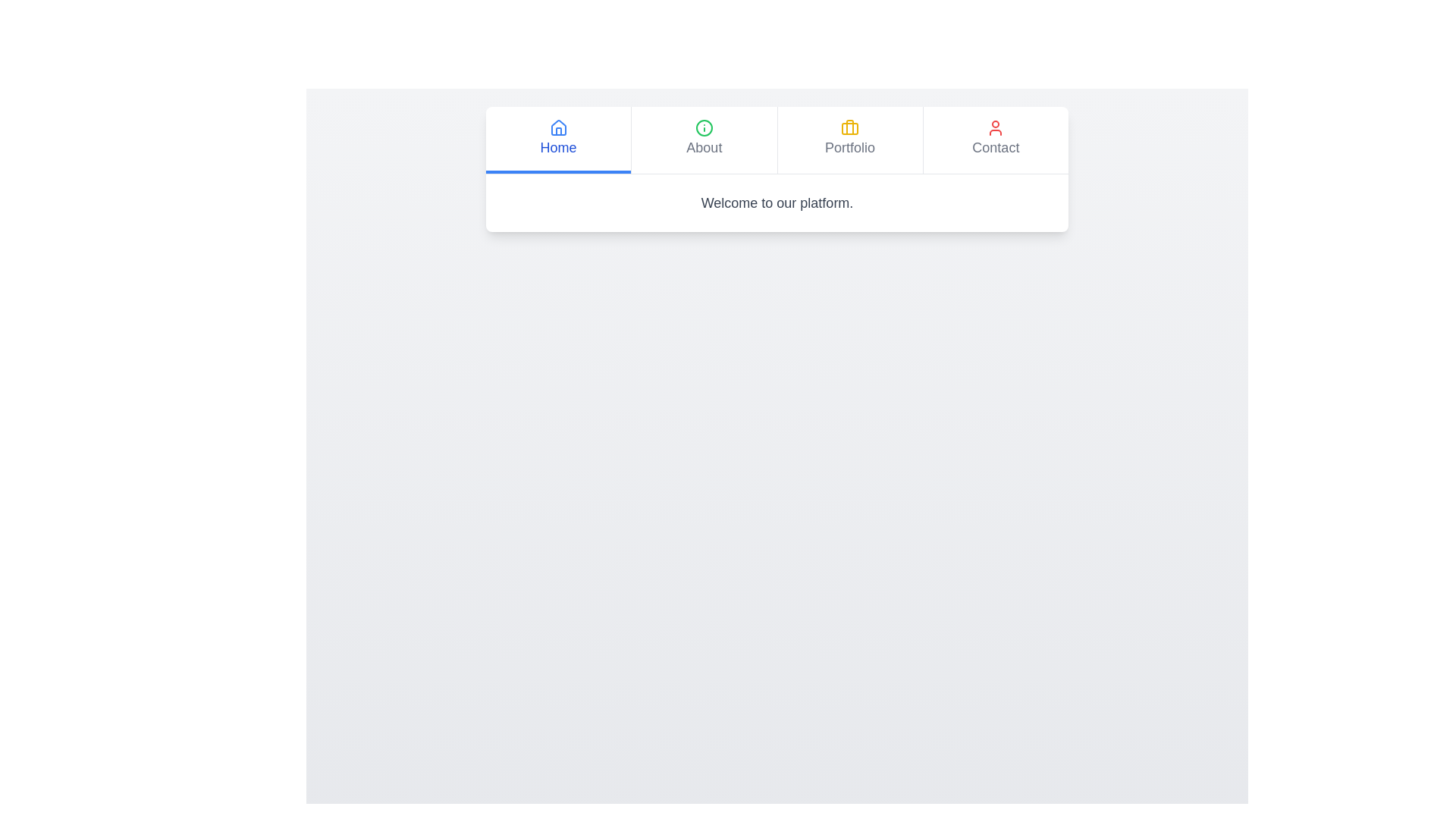 Image resolution: width=1456 pixels, height=819 pixels. Describe the element at coordinates (849, 140) in the screenshot. I see `the Portfolio tab in the KnowledgeTabs component` at that location.